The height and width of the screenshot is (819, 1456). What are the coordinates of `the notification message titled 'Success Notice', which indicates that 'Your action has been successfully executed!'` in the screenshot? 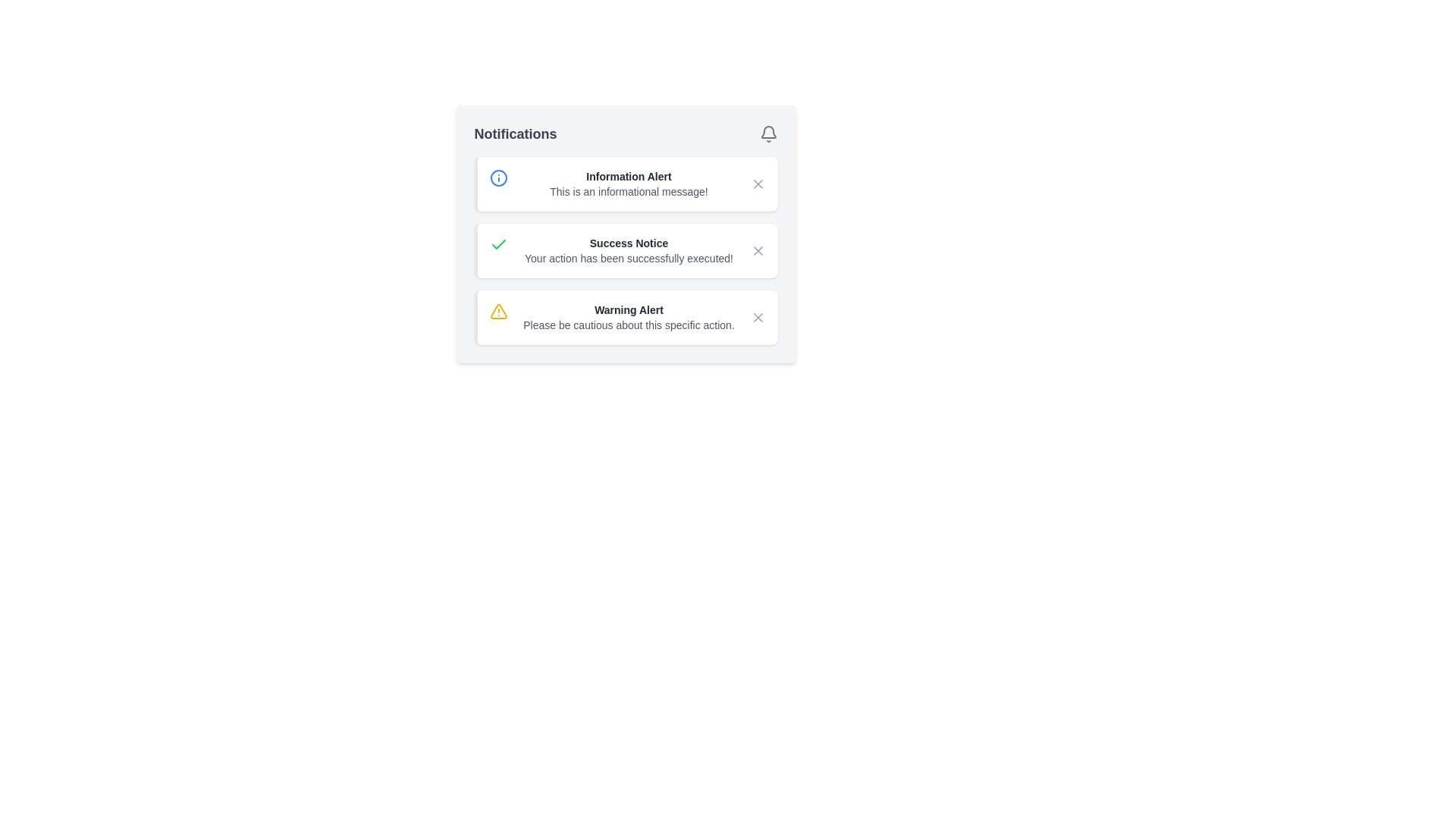 It's located at (629, 250).